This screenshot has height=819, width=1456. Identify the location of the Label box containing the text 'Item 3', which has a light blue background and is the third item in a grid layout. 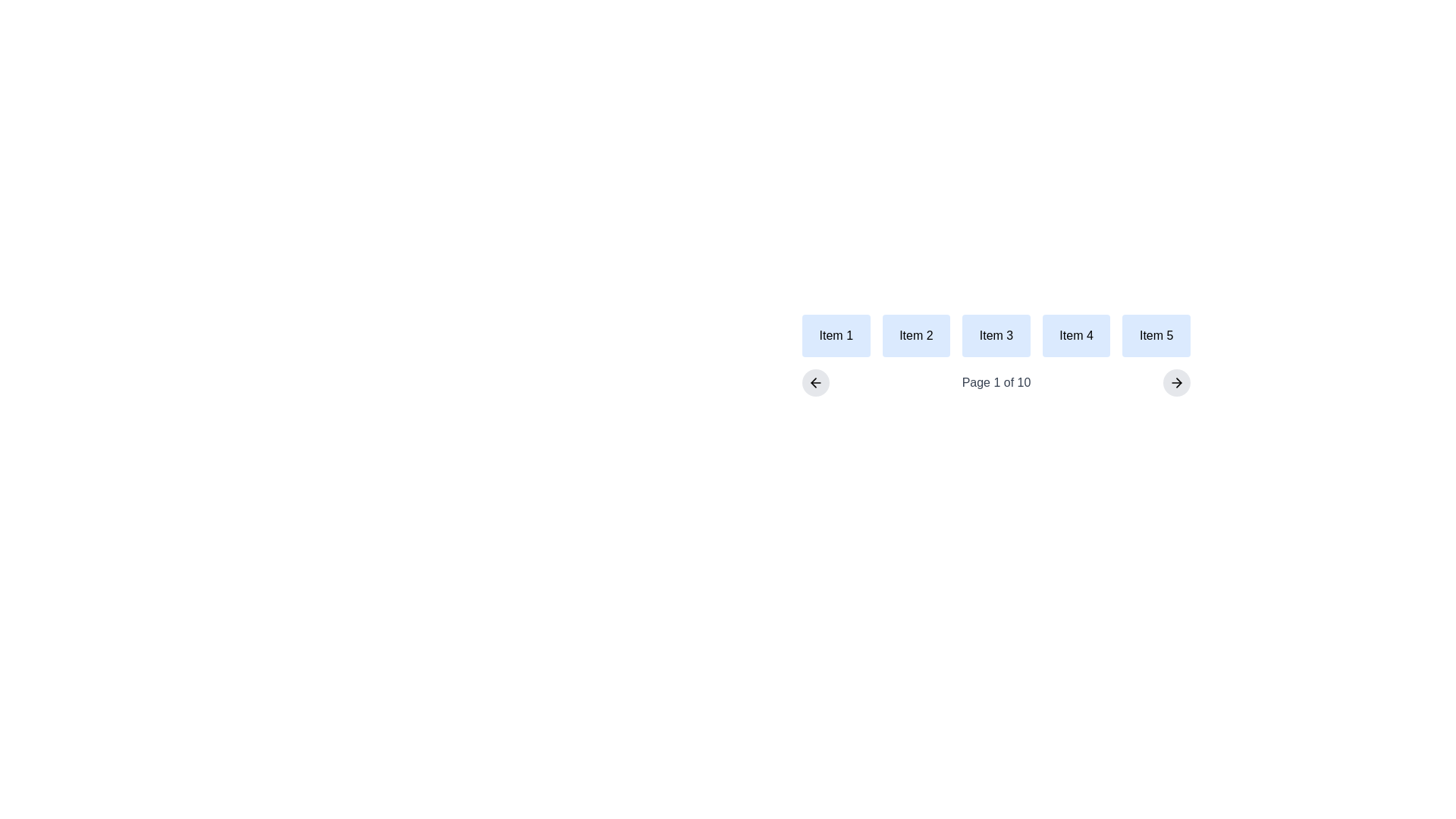
(996, 335).